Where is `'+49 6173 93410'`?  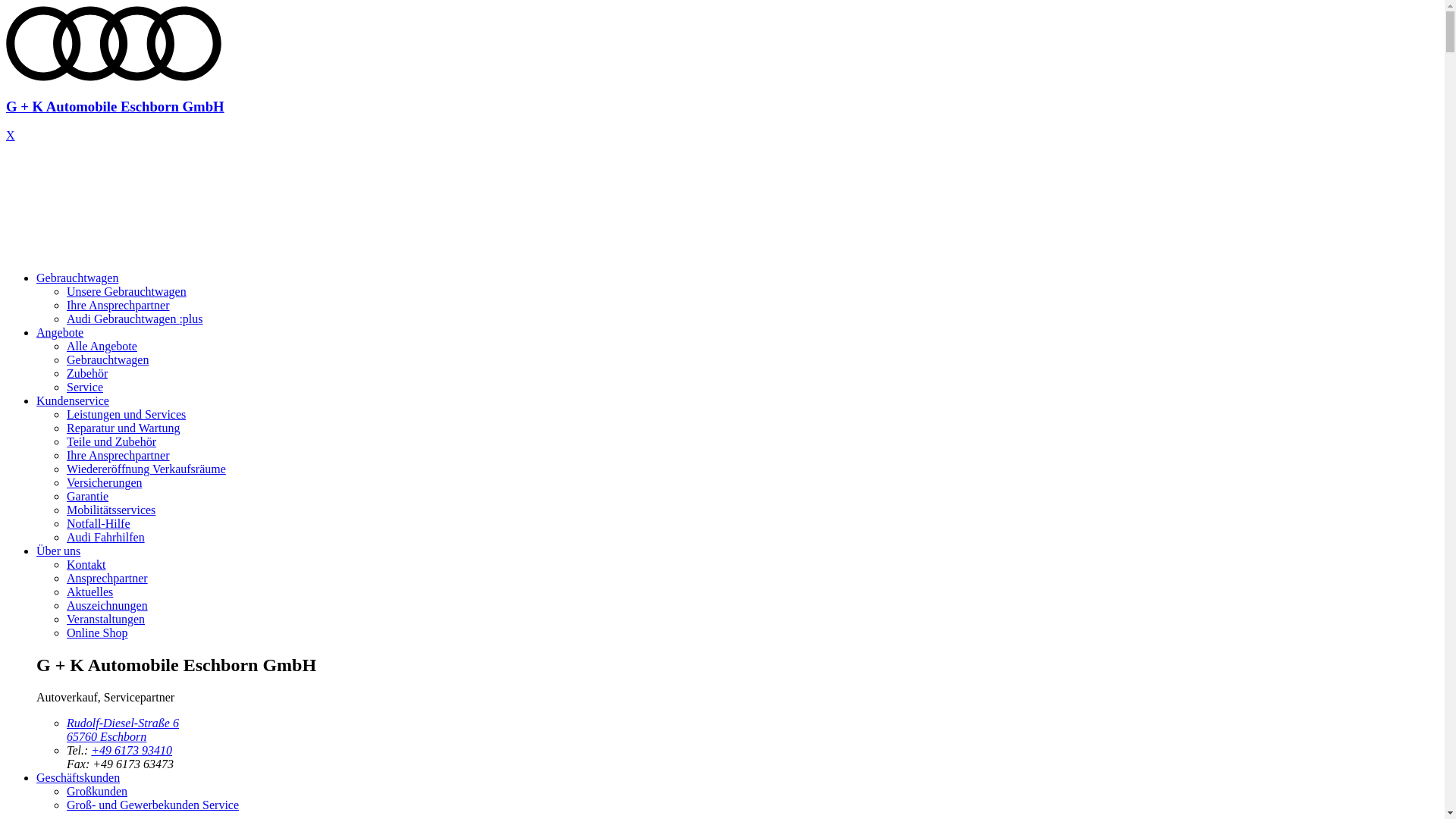 '+49 6173 93410' is located at coordinates (131, 749).